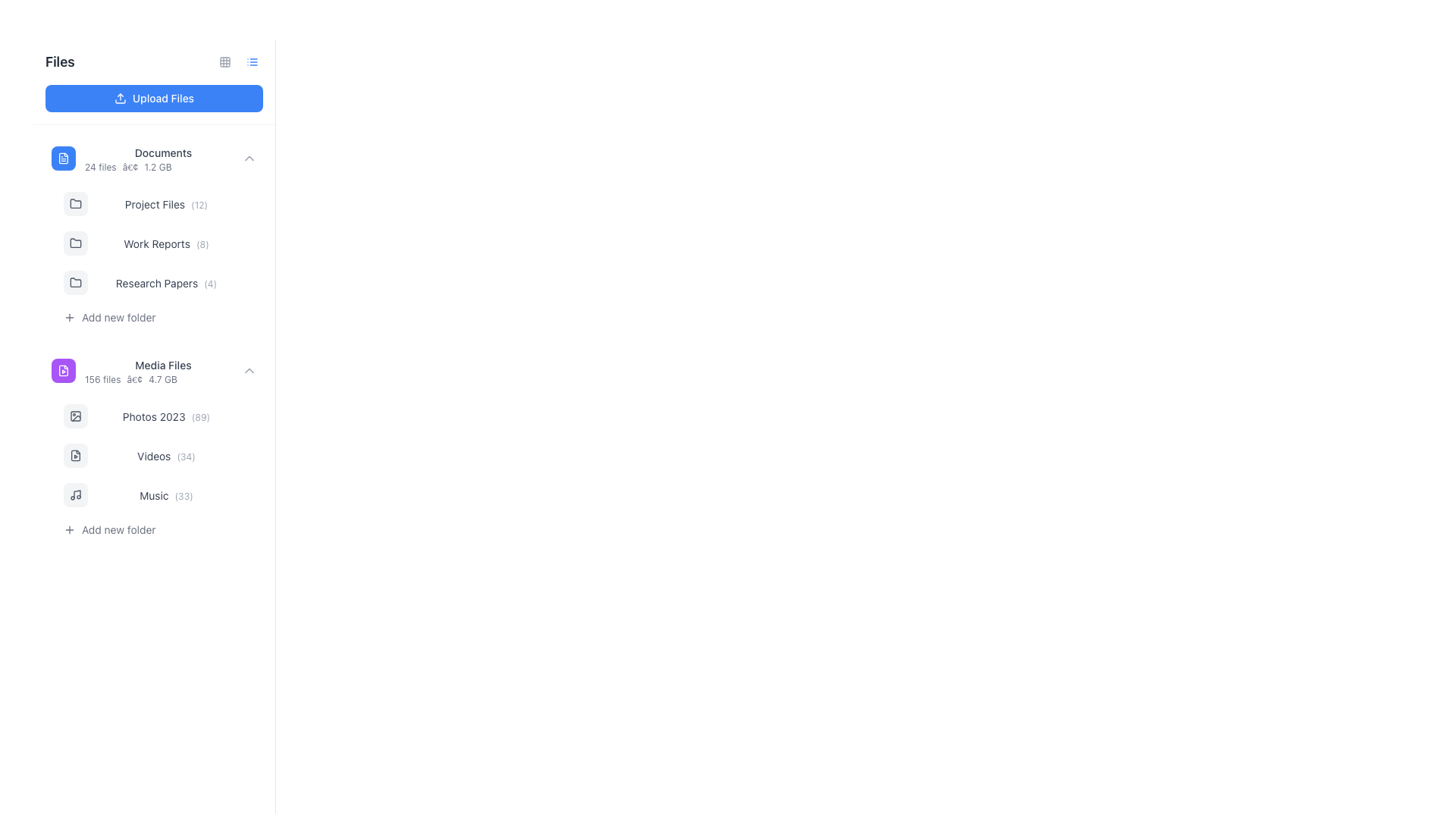  What do you see at coordinates (163, 158) in the screenshot?
I see `the 'Documents' list item in the left sidebar` at bounding box center [163, 158].